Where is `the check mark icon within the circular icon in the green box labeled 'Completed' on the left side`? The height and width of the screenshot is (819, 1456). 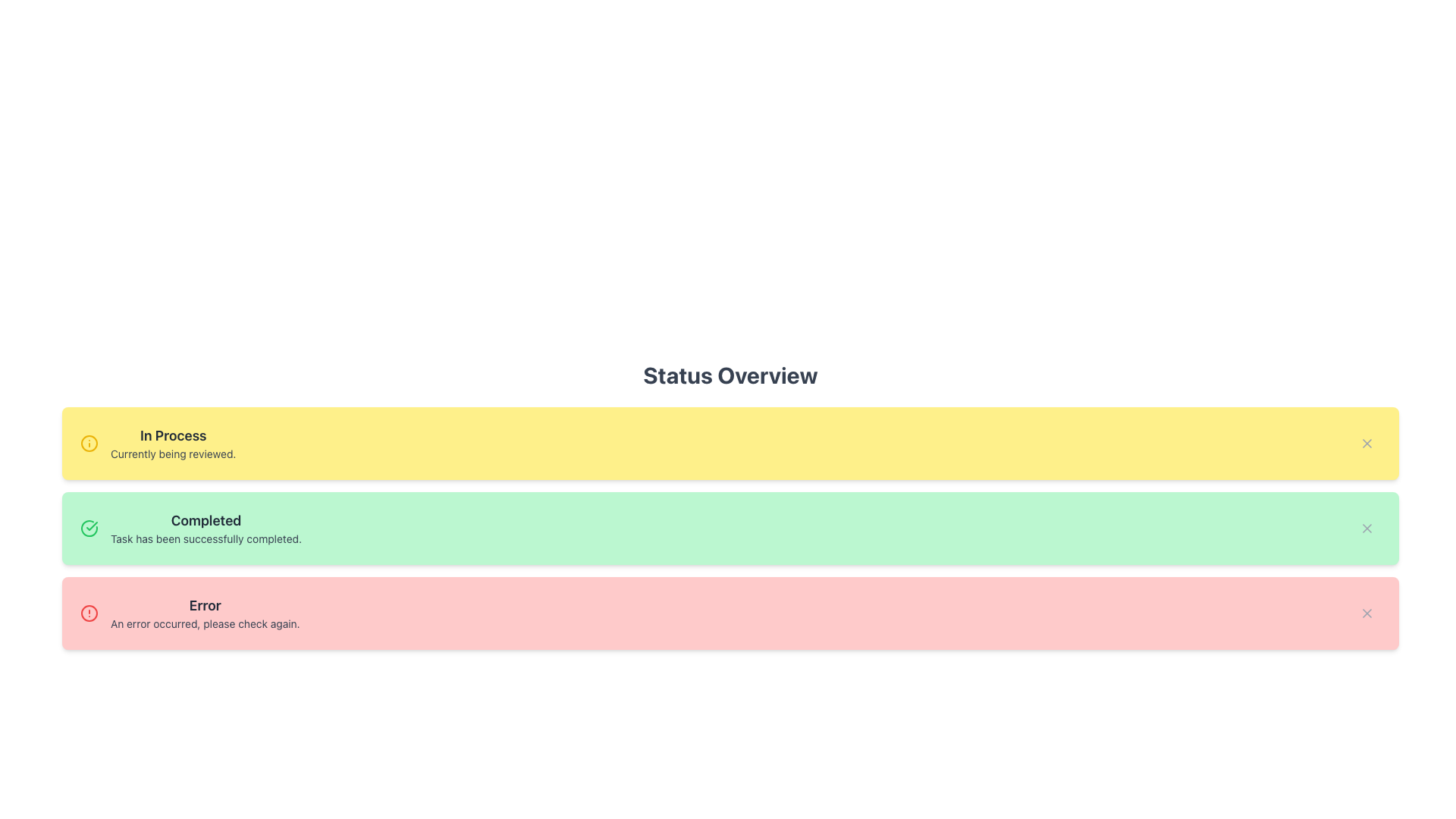 the check mark icon within the circular icon in the green box labeled 'Completed' on the left side is located at coordinates (91, 526).